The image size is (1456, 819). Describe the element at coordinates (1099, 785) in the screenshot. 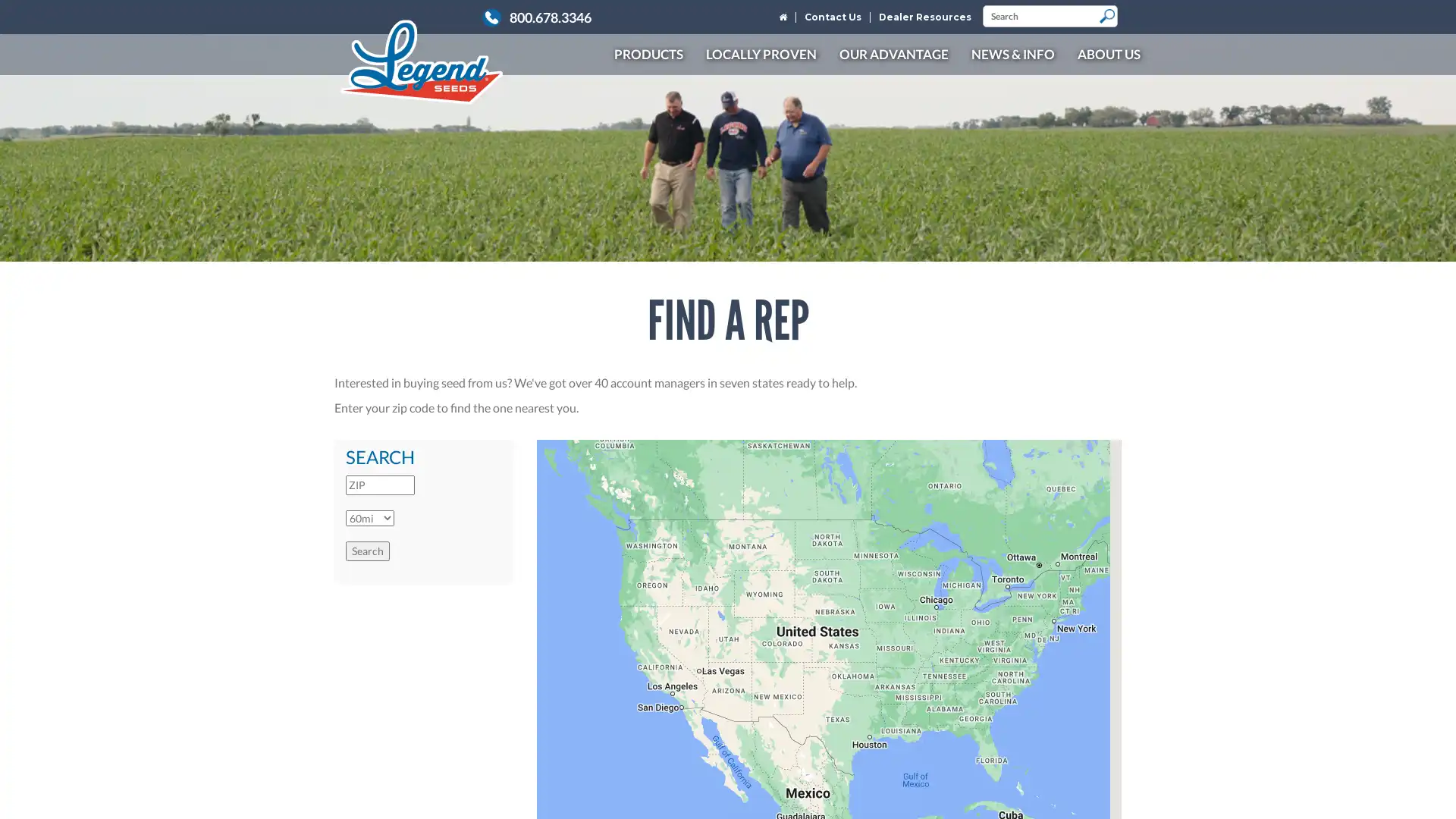

I see `Zoom out` at that location.